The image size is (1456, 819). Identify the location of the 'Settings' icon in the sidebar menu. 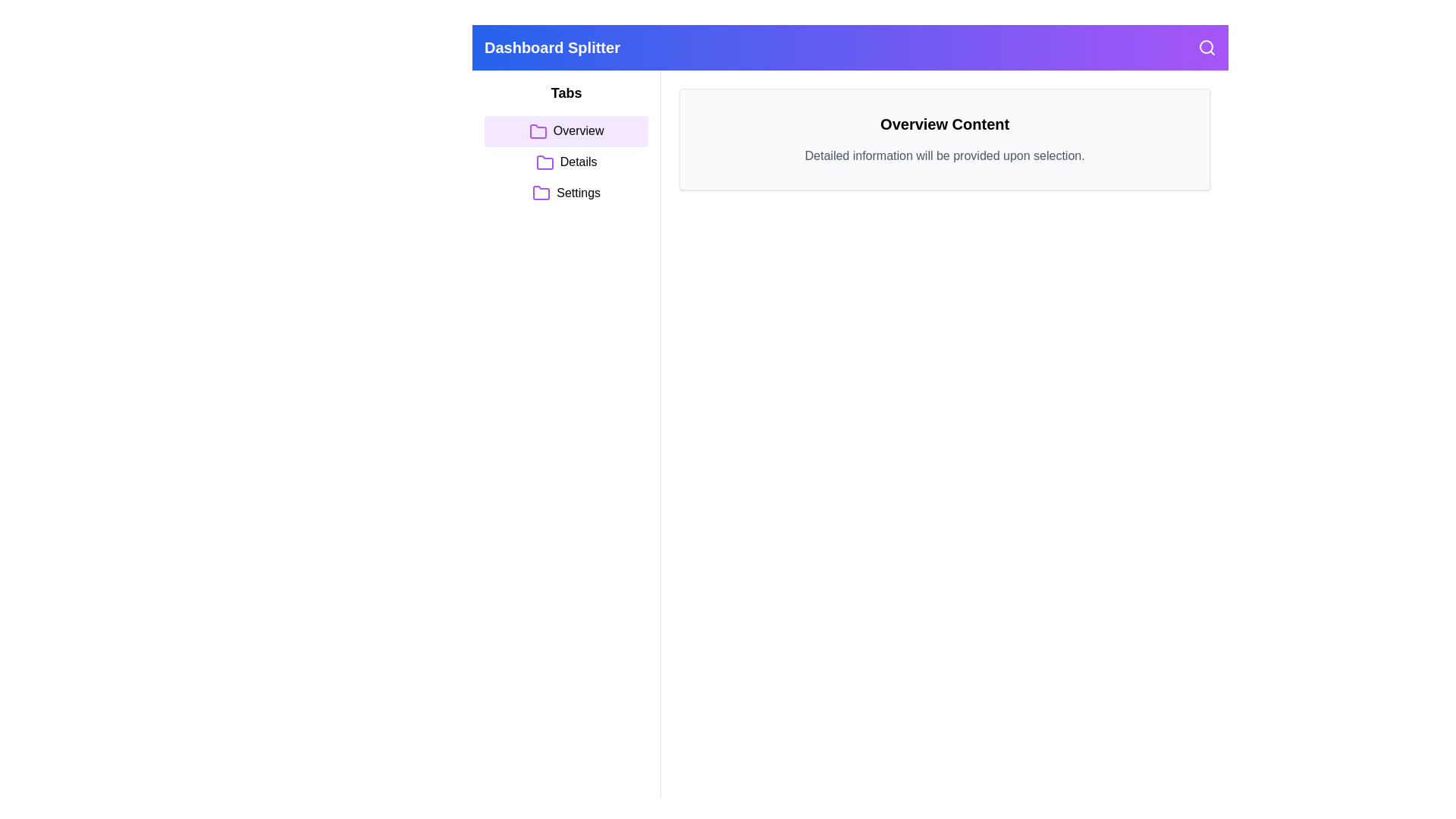
(541, 193).